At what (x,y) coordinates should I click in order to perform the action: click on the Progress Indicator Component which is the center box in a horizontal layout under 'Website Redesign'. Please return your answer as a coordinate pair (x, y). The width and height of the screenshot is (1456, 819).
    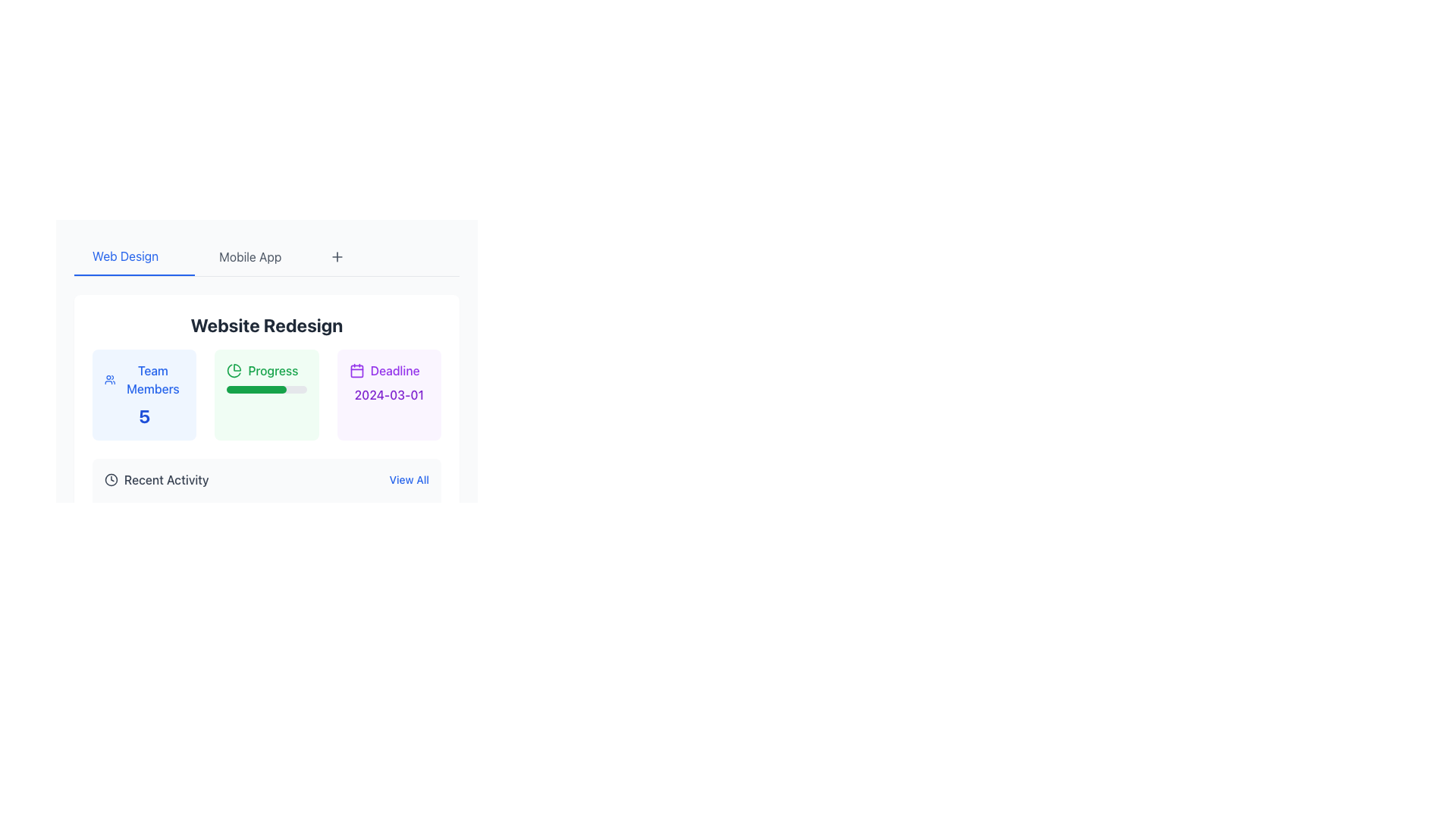
    Looking at the image, I should click on (266, 435).